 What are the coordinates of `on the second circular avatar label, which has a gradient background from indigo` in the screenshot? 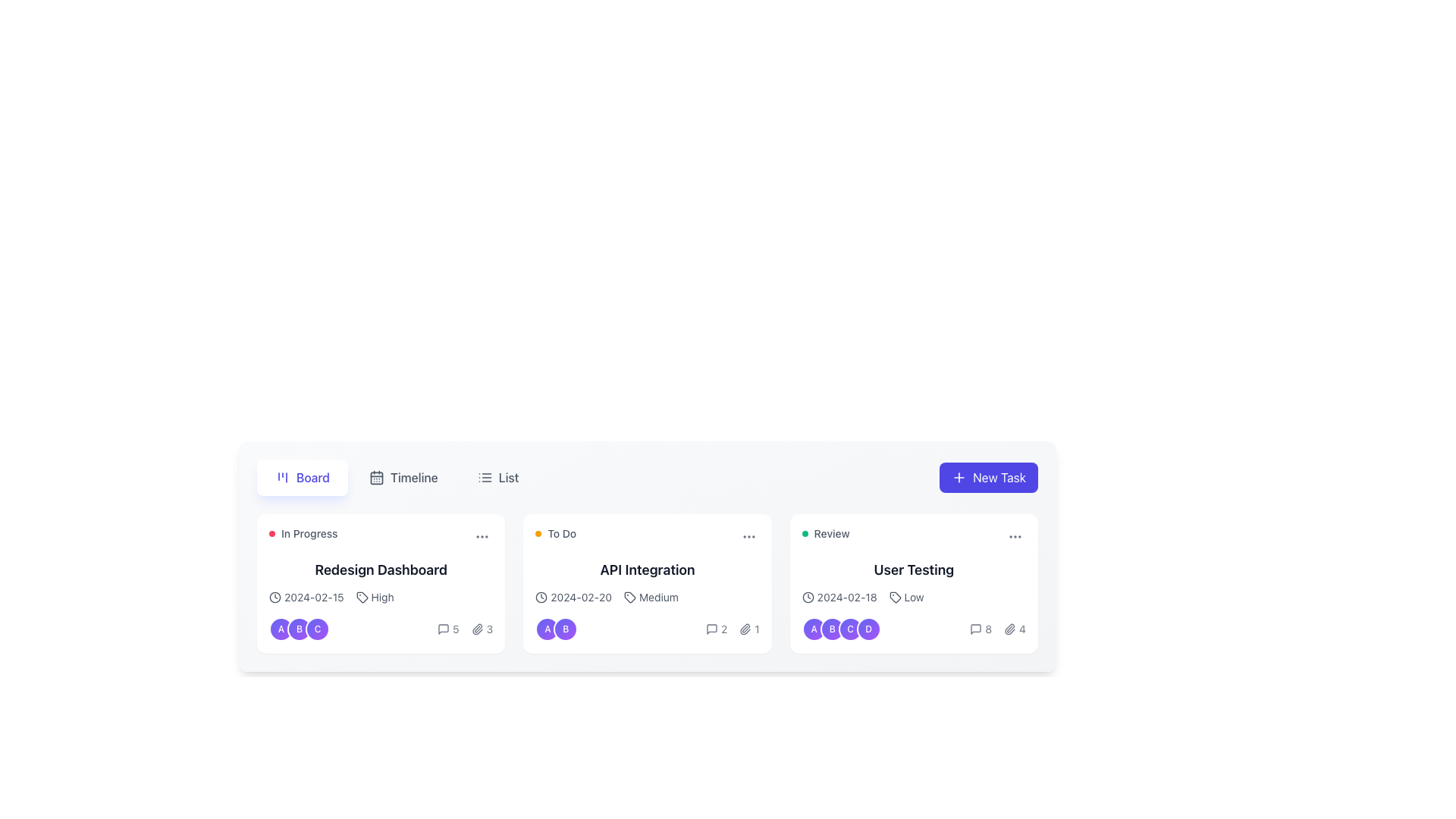 It's located at (831, 629).